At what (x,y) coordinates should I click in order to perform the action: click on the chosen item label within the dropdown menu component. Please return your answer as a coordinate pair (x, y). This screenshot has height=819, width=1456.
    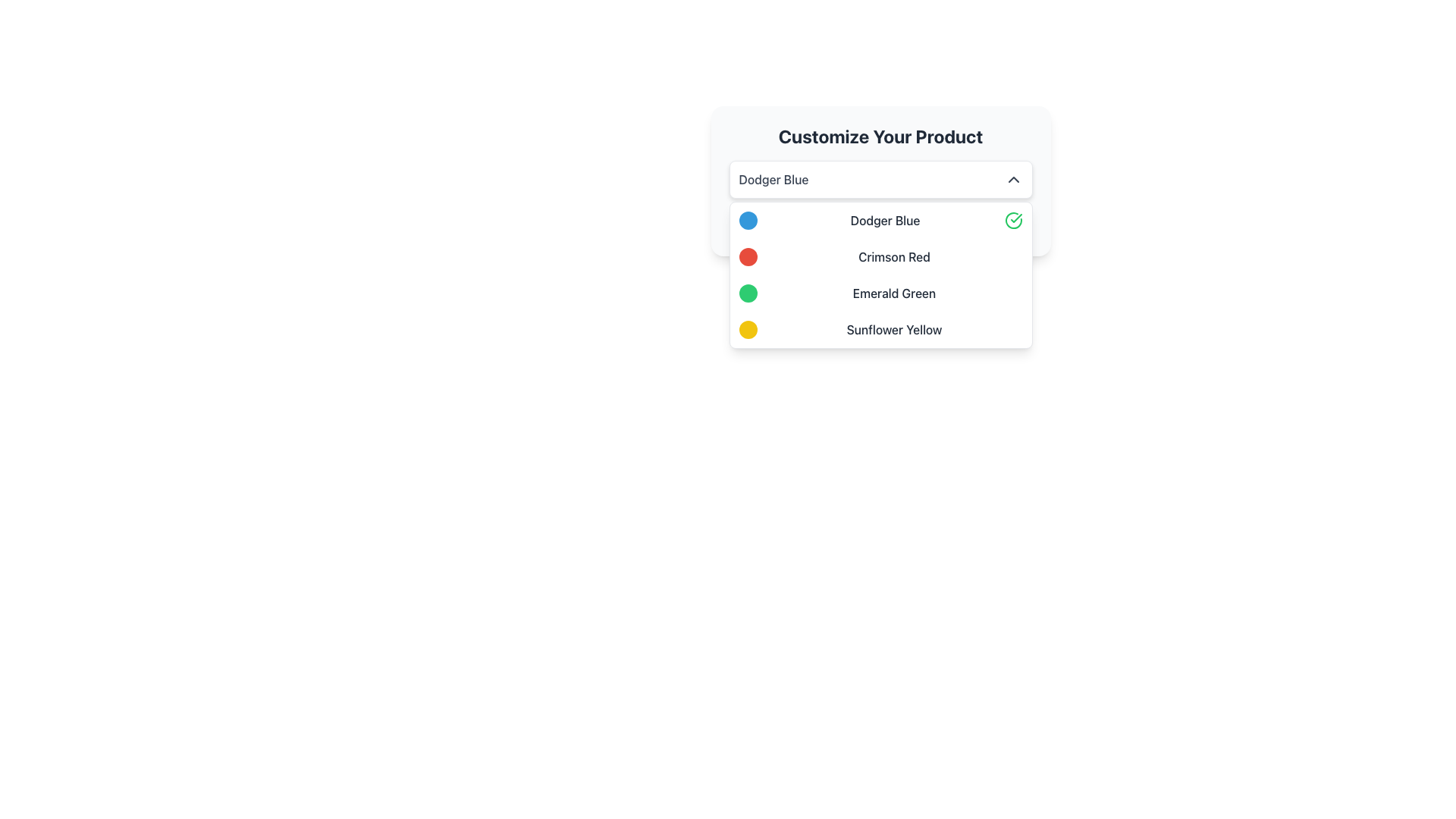
    Looking at the image, I should click on (773, 178).